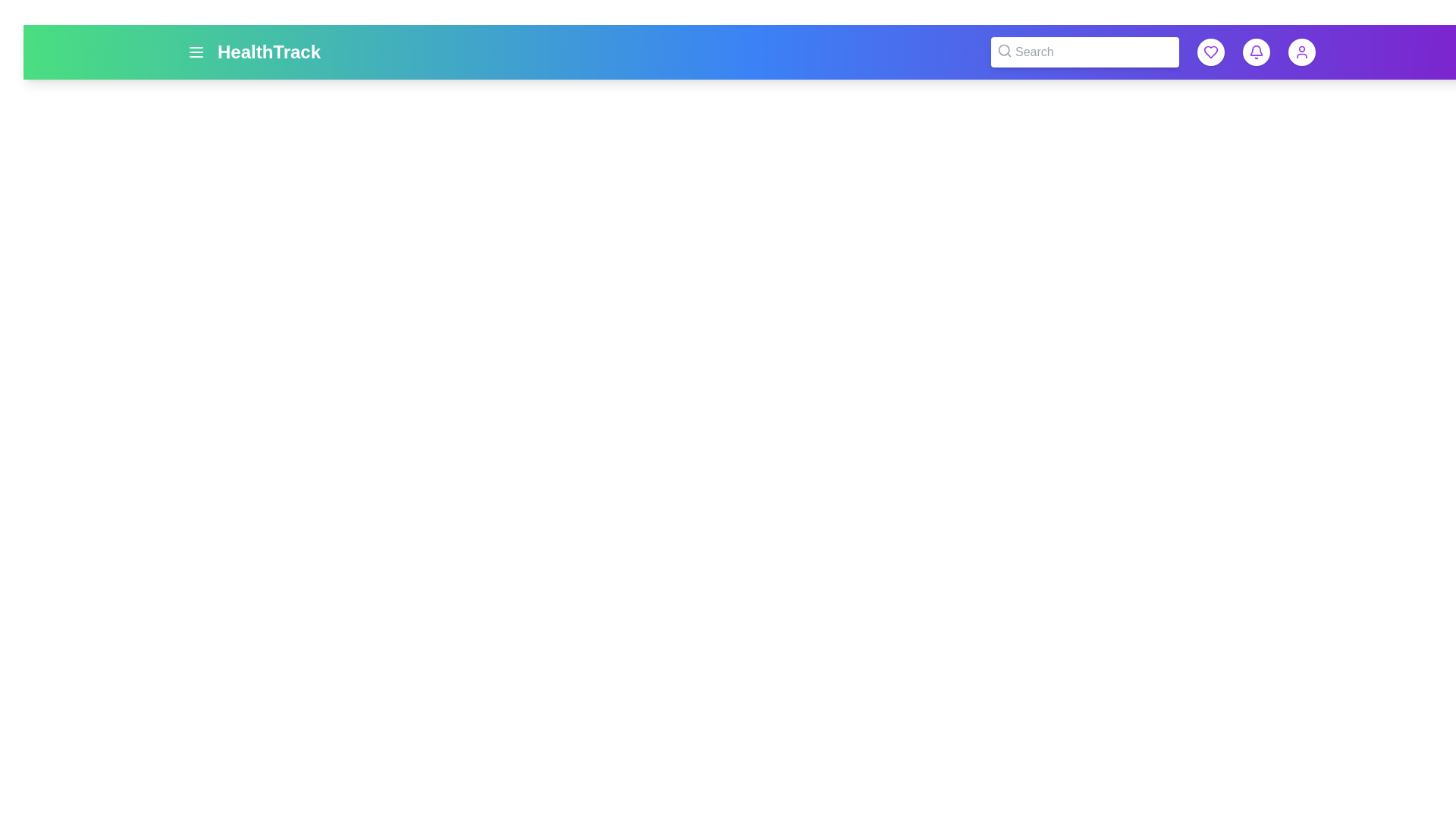  Describe the element at coordinates (1256, 52) in the screenshot. I see `notification button` at that location.